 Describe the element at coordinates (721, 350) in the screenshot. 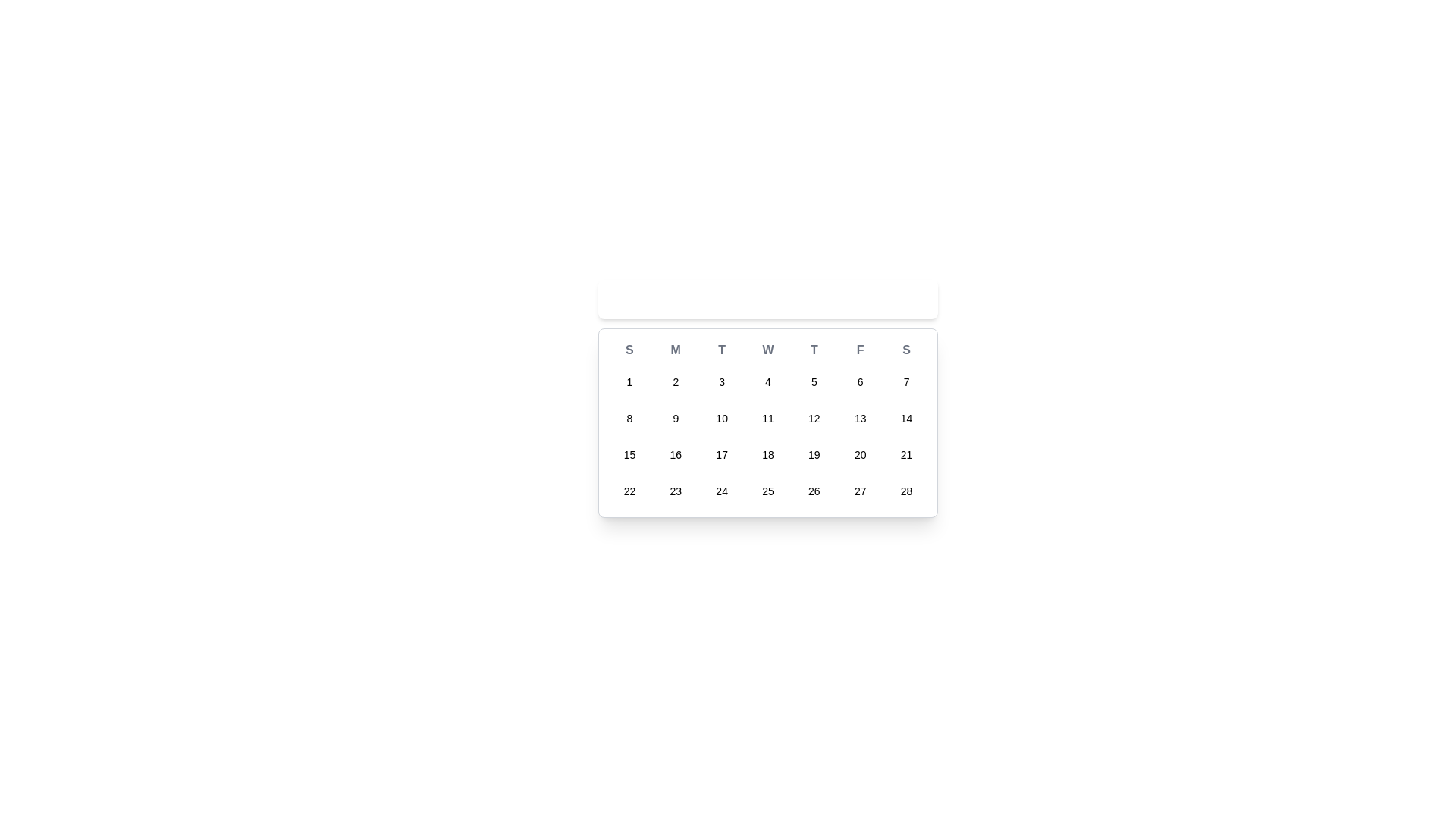

I see `the static text label indicating the first letter of the day Tuesday in the calendar header located in the third column of the header row` at that location.